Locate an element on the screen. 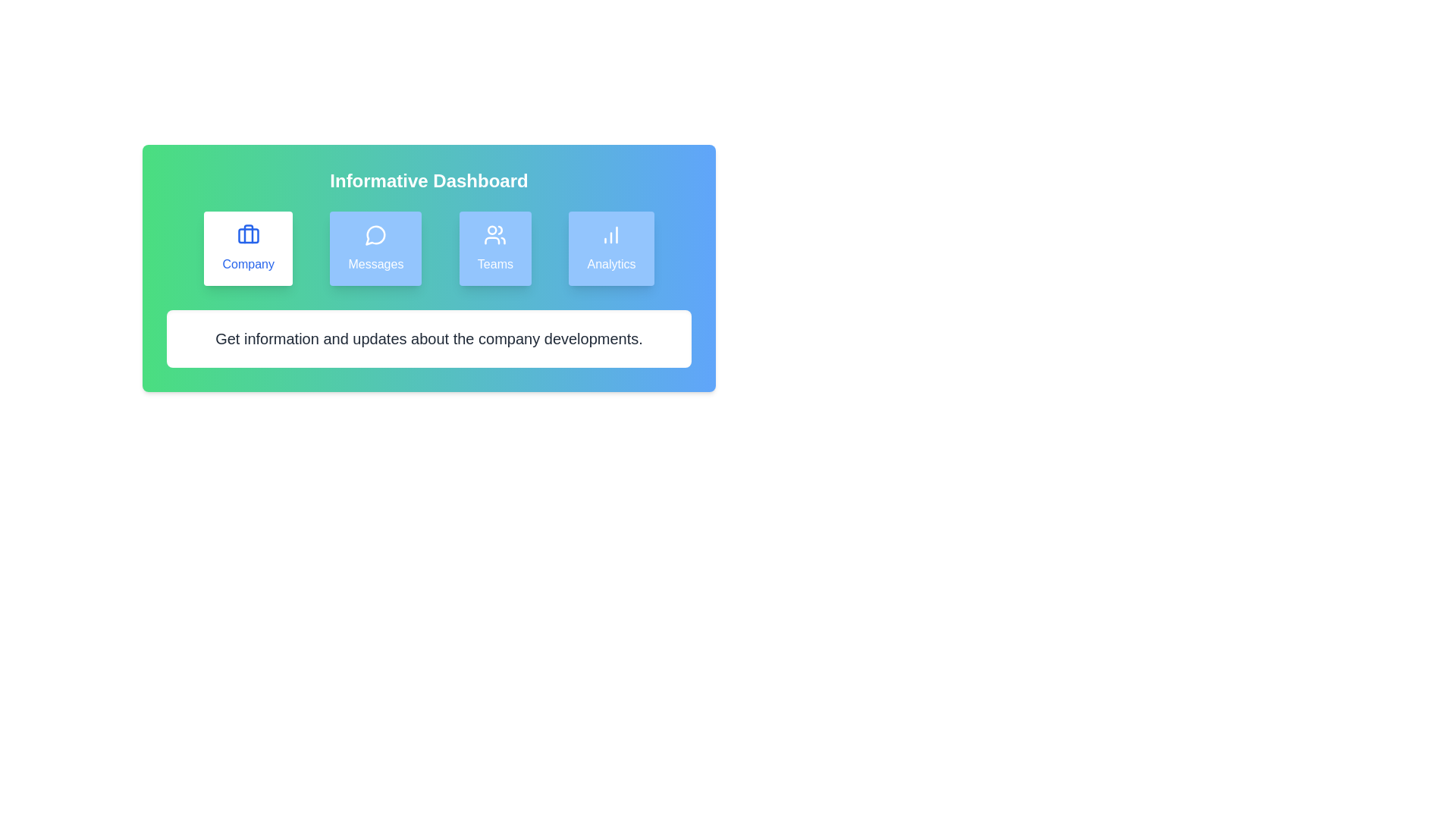 Image resolution: width=1456 pixels, height=819 pixels. the messaging icon embedded within the 'Messages' button, which is the second button from the left in the horizontal navigation bar is located at coordinates (375, 235).